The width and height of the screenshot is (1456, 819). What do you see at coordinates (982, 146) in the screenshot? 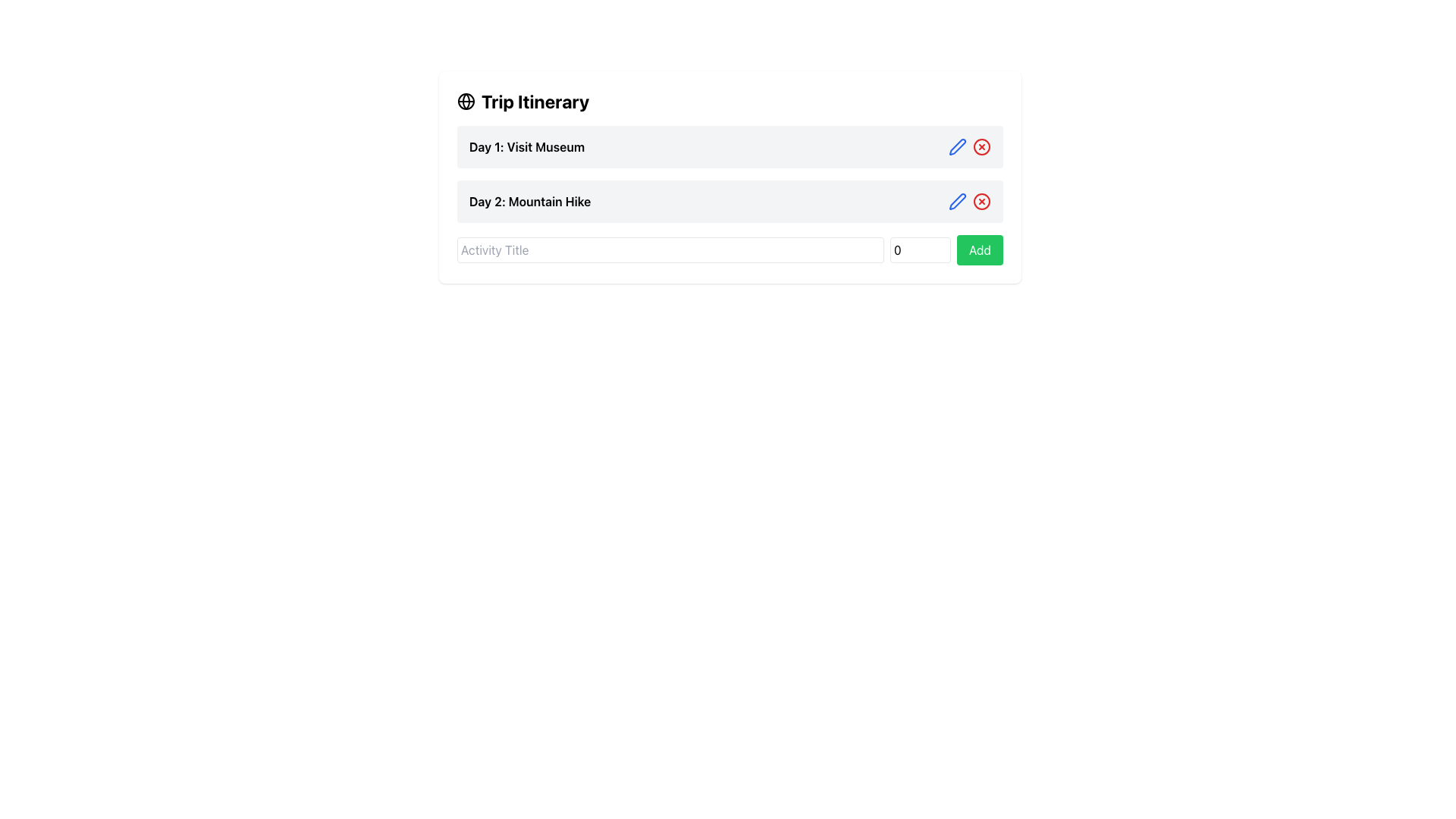
I see `the circular delete button with a red border and red cross located at the top-right corner of the 'Day 1: Visit Museum' row` at bounding box center [982, 146].